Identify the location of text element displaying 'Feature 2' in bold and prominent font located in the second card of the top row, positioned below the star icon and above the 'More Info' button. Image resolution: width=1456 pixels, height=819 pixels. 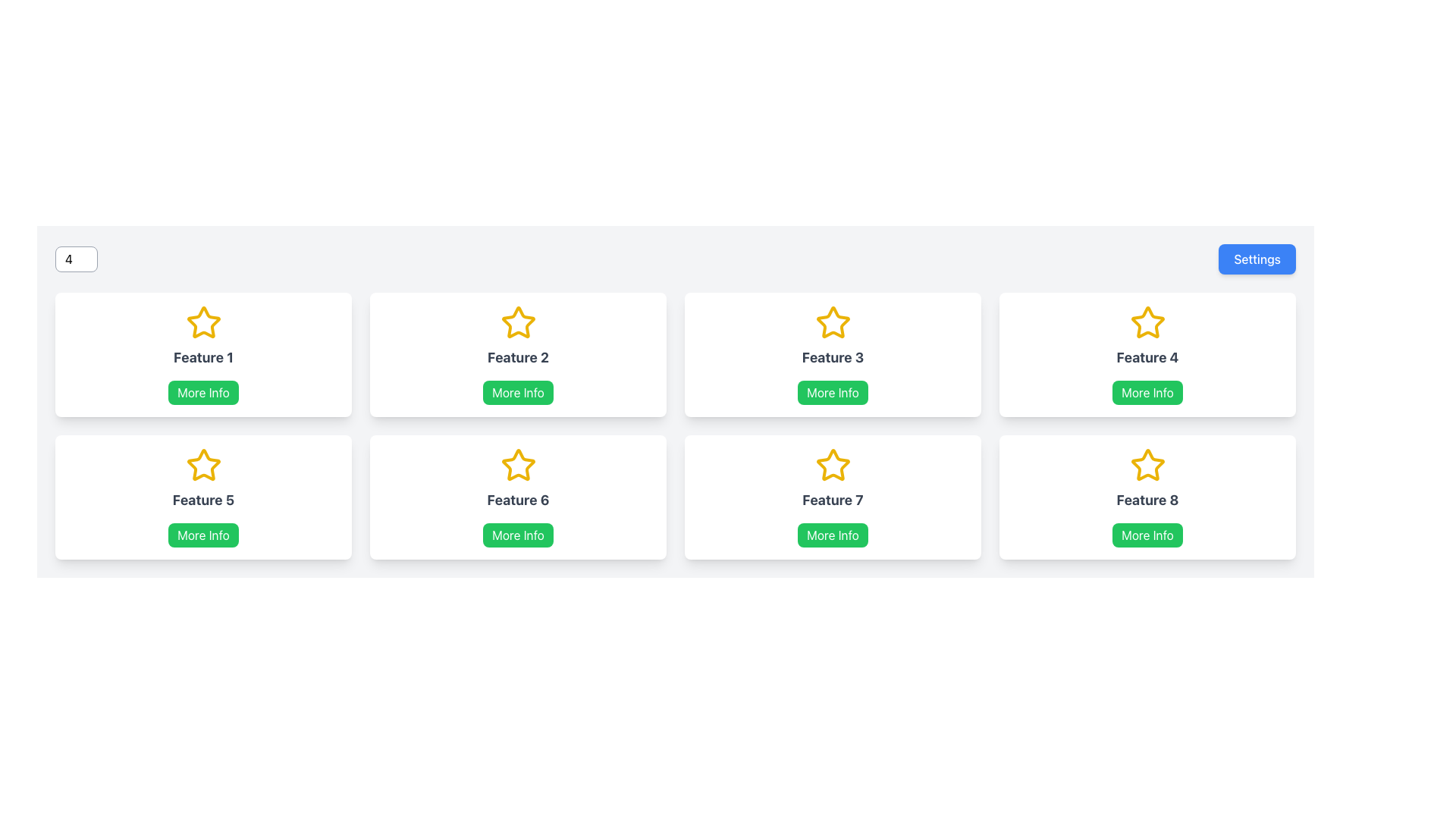
(518, 357).